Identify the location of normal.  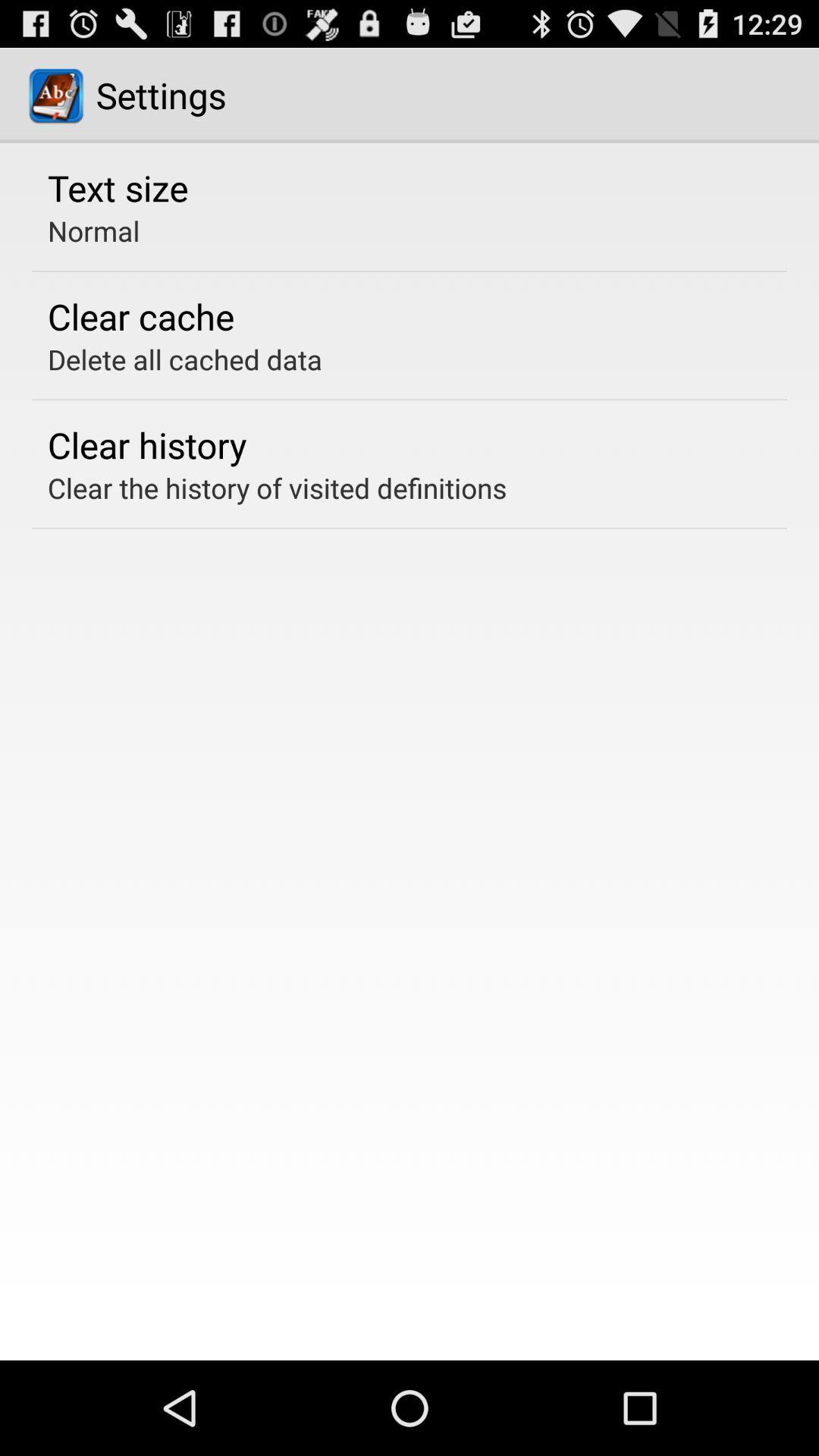
(93, 230).